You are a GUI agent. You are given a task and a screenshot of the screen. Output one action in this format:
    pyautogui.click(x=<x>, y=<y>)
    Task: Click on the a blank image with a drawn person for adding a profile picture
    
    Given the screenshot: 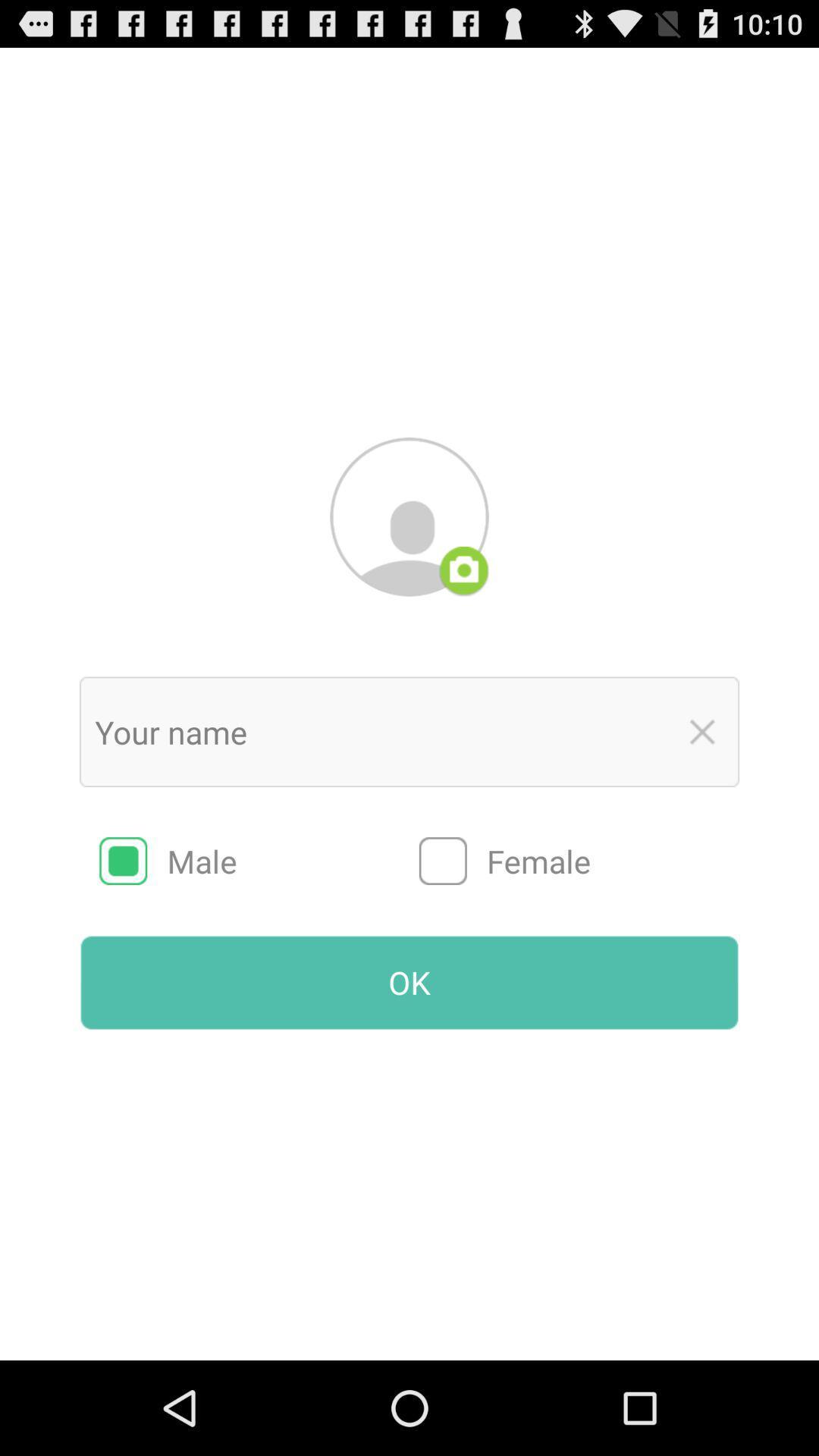 What is the action you would take?
    pyautogui.click(x=409, y=516)
    